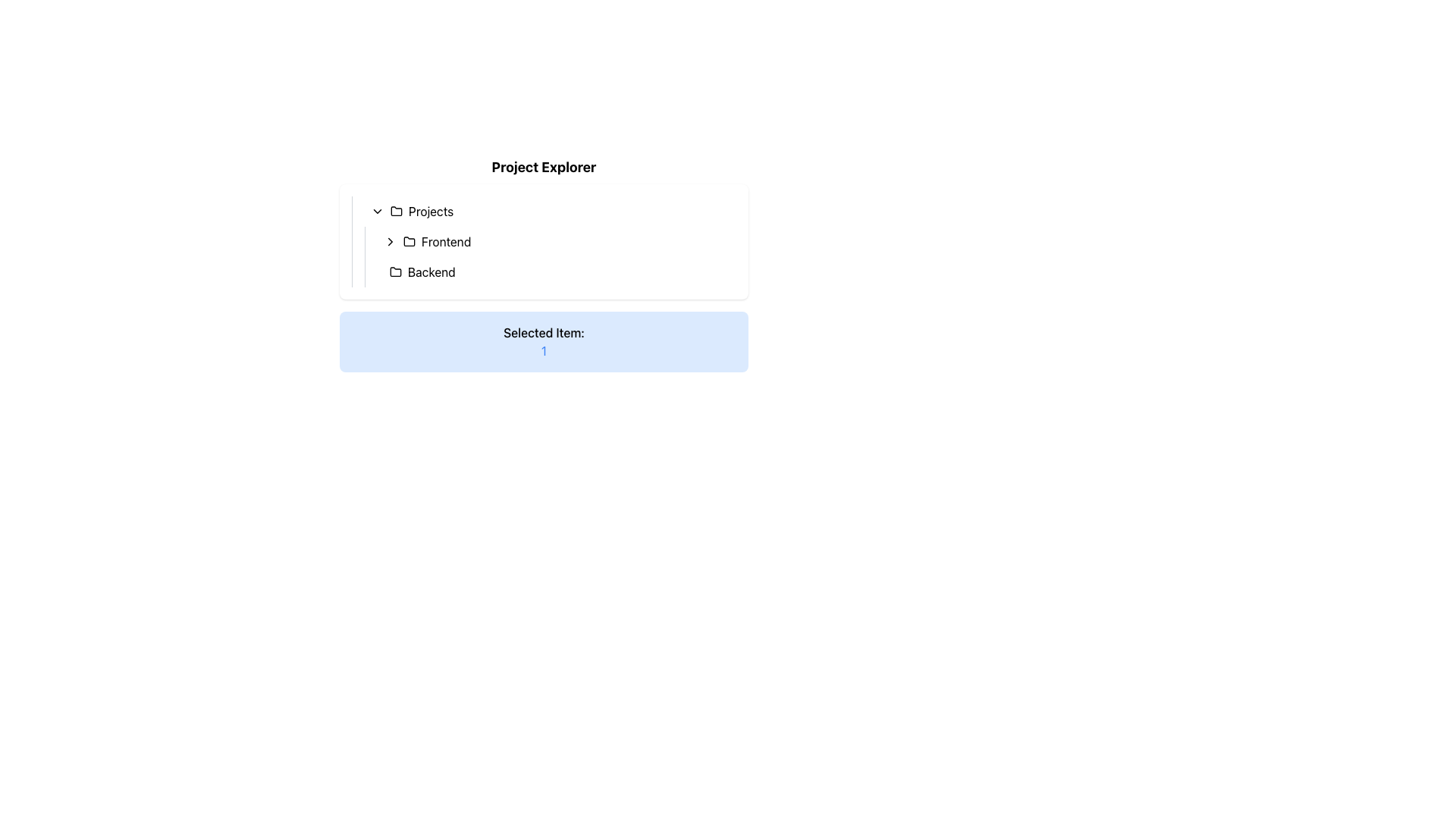 The image size is (1456, 819). I want to click on the folder icon representing the 'Frontend' directory, so click(409, 241).